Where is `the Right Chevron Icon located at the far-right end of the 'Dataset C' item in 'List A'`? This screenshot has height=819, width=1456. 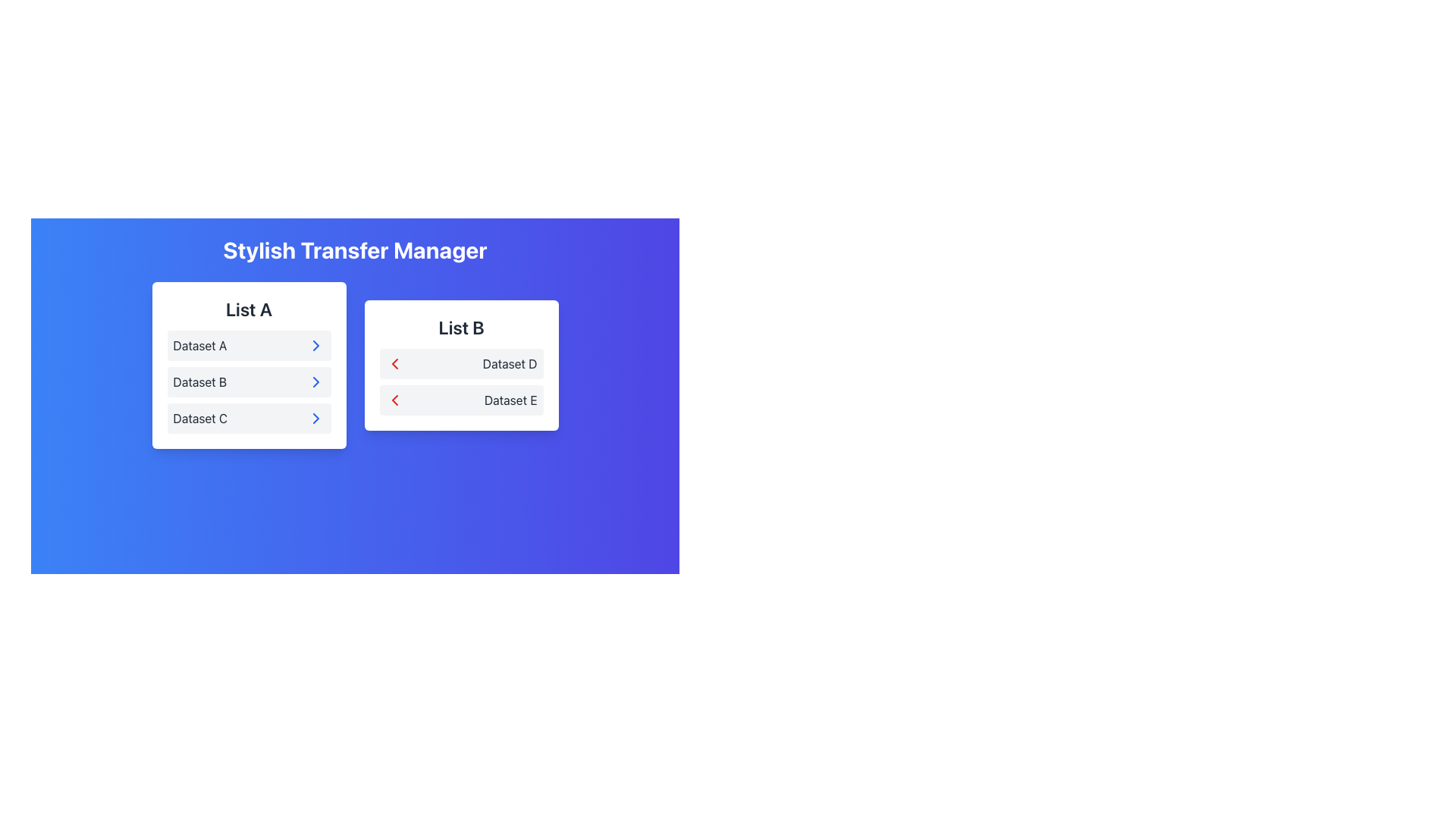 the Right Chevron Icon located at the far-right end of the 'Dataset C' item in 'List A' is located at coordinates (315, 418).